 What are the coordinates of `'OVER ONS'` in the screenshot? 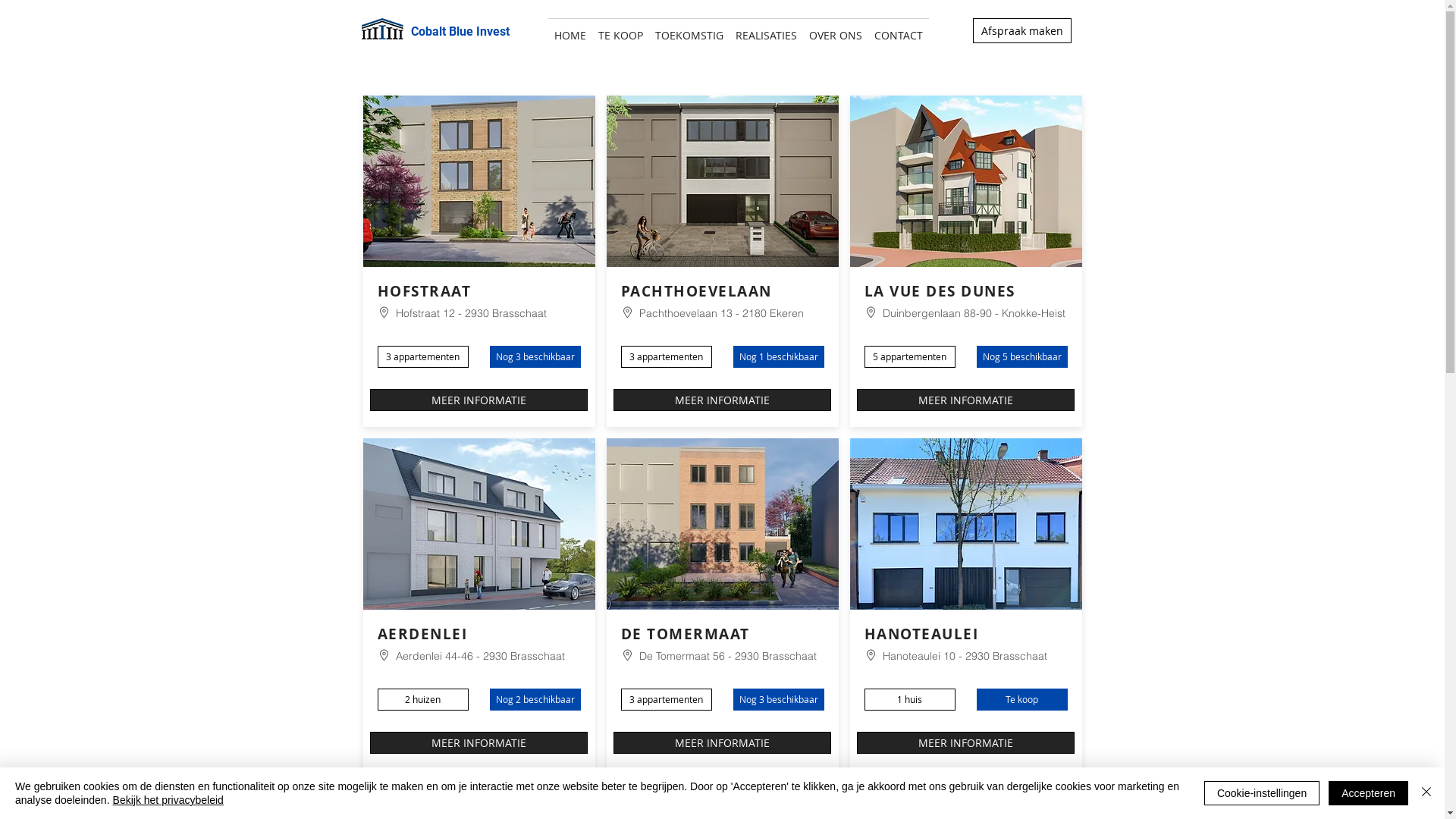 It's located at (802, 28).